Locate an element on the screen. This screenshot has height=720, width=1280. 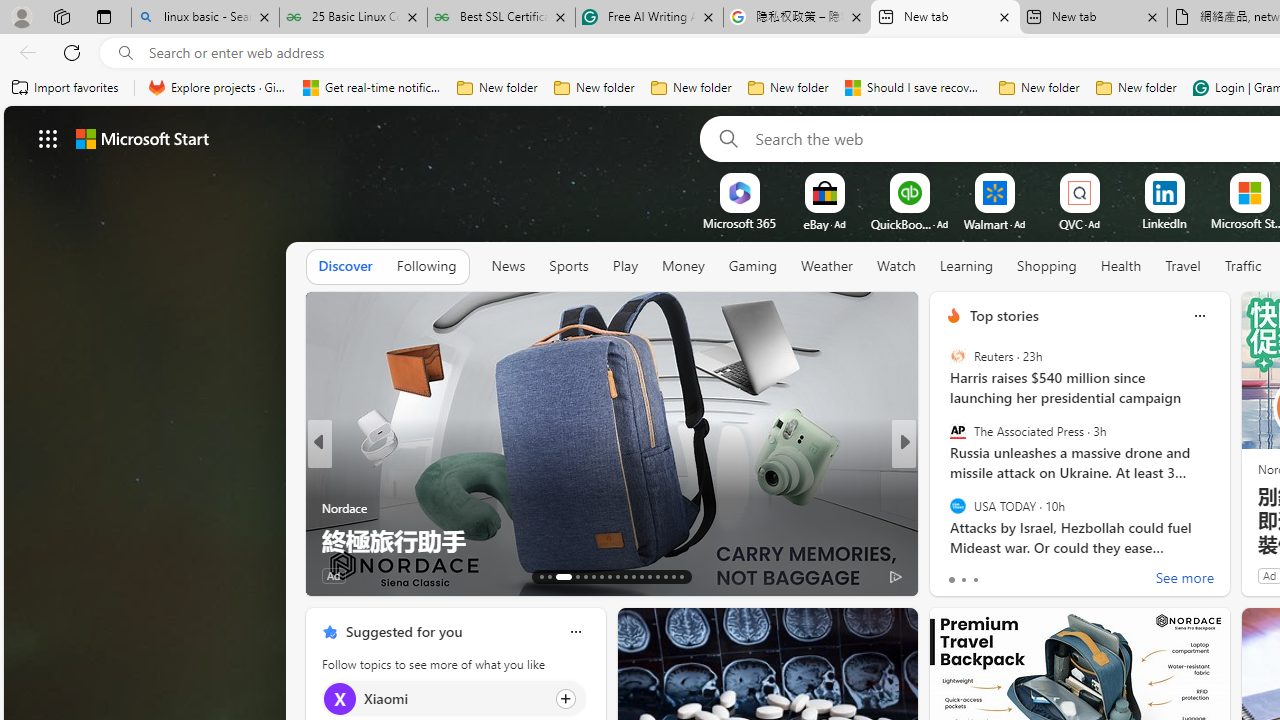
'219 Like' is located at coordinates (958, 575).